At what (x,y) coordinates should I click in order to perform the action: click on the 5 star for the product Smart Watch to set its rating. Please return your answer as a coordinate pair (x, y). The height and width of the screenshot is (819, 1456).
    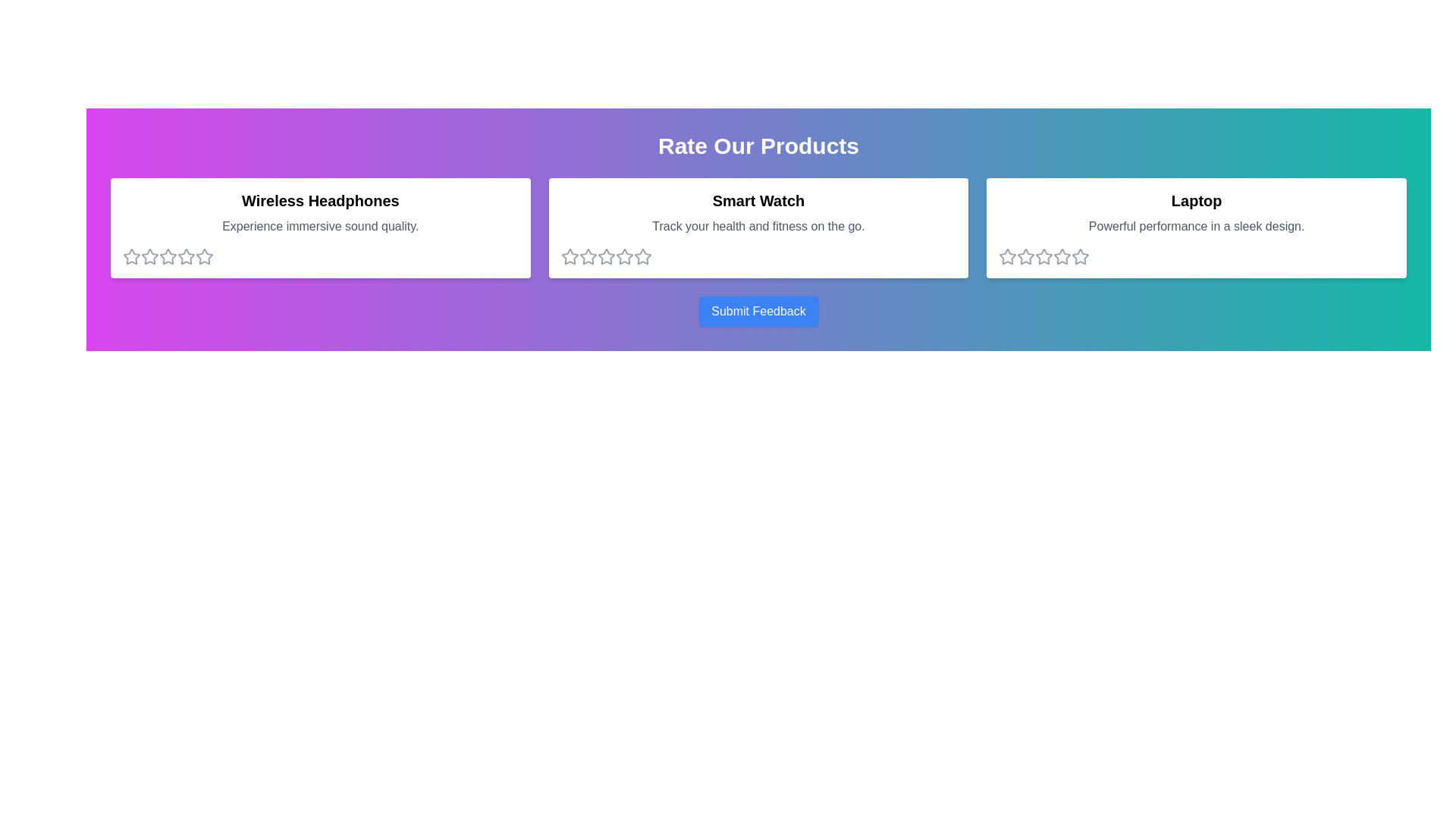
    Looking at the image, I should click on (642, 256).